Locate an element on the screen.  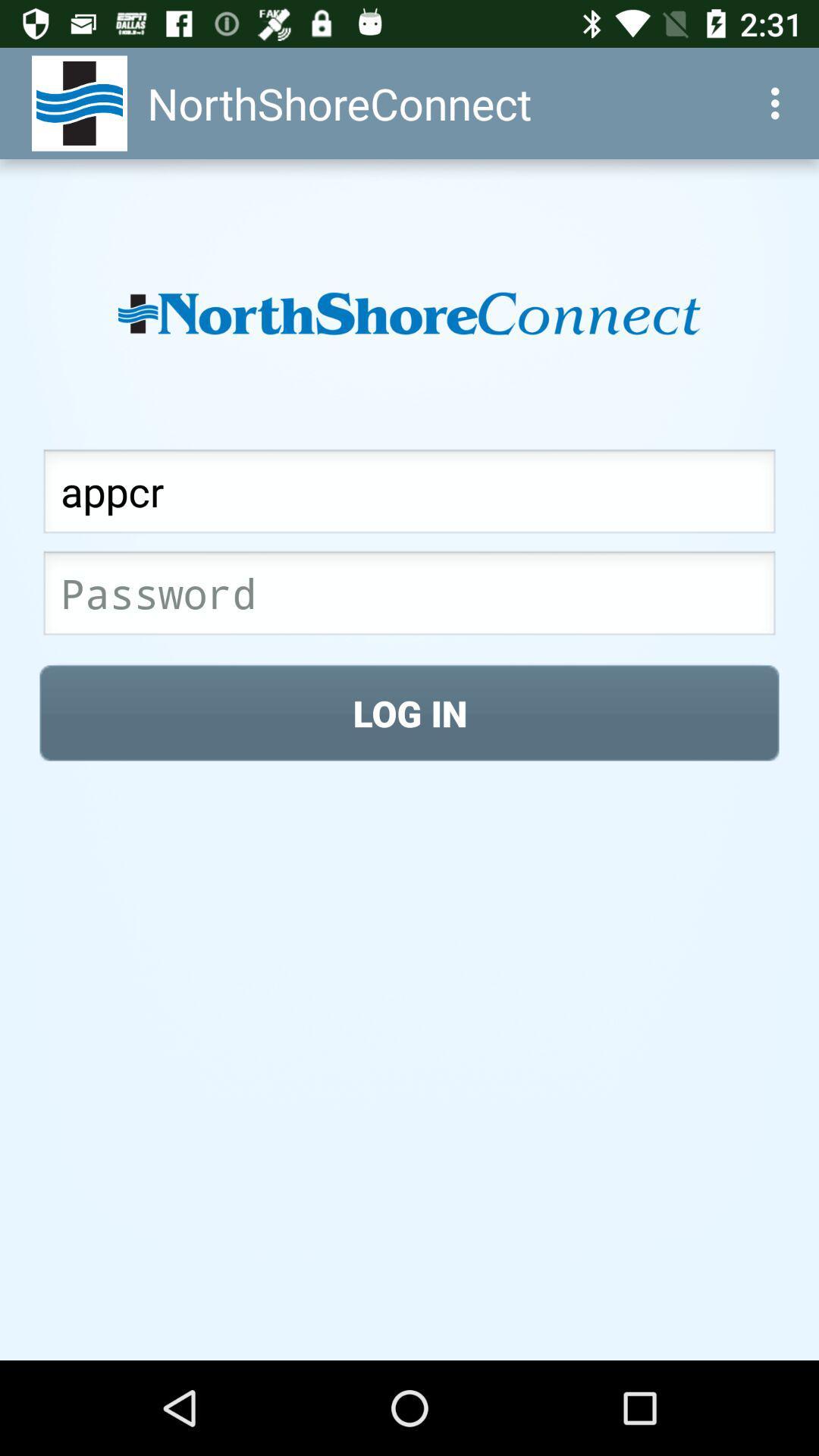
the icon to the right of northshoreconnect icon is located at coordinates (779, 102).